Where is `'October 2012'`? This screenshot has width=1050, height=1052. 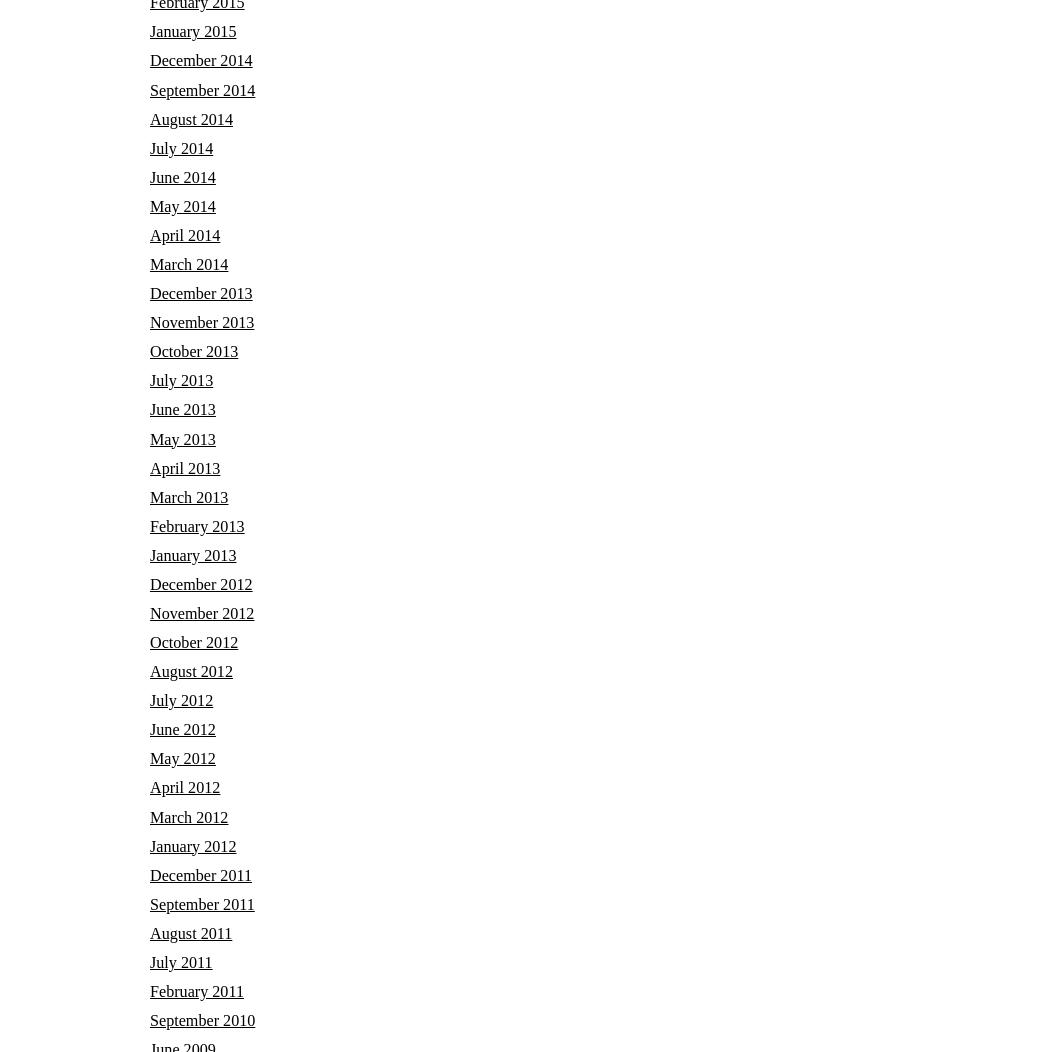
'October 2012' is located at coordinates (193, 642).